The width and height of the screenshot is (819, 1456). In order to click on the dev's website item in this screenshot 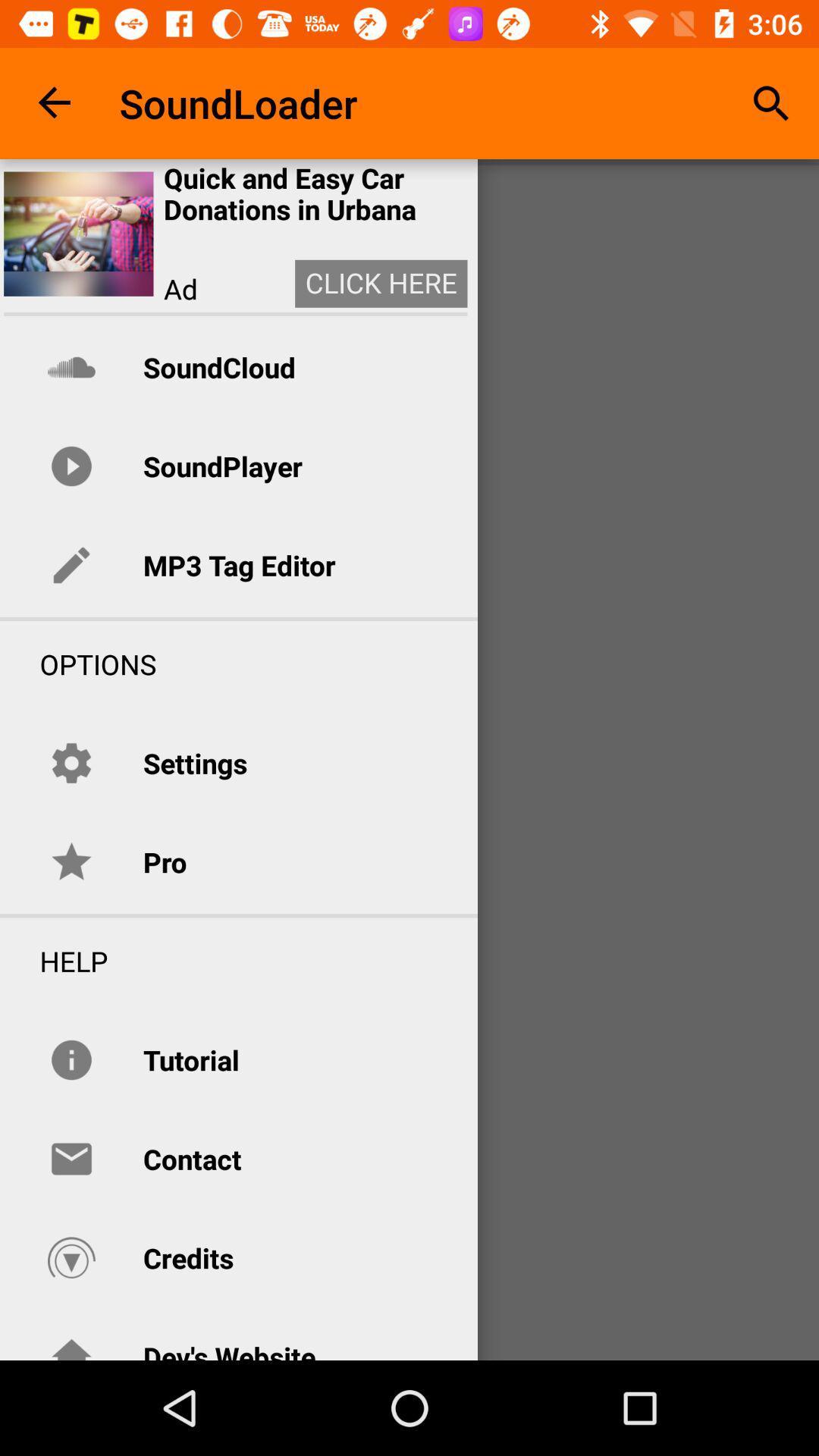, I will do `click(229, 1349)`.